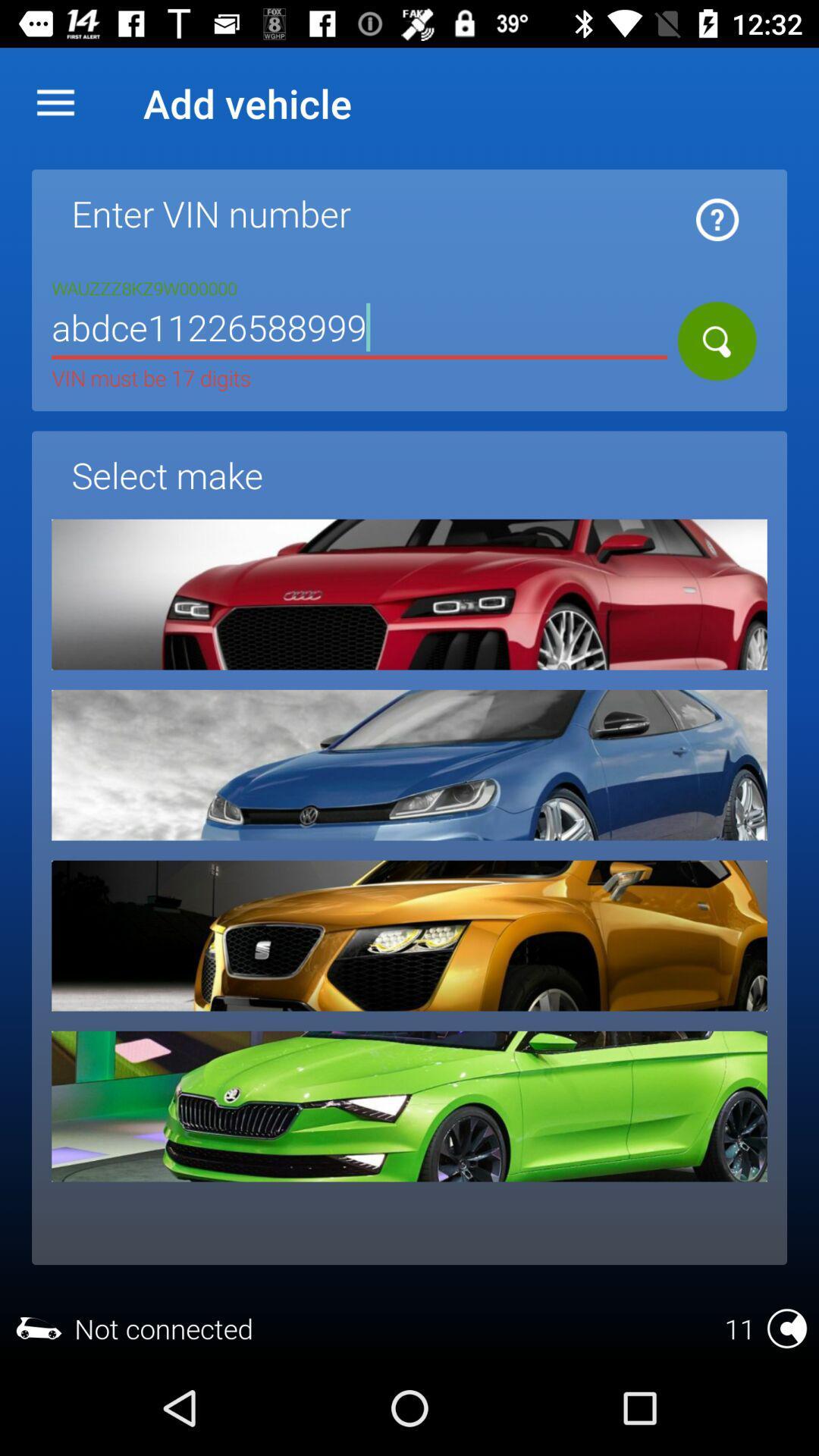 Image resolution: width=819 pixels, height=1456 pixels. What do you see at coordinates (359, 329) in the screenshot?
I see `abdce11226588999 icon` at bounding box center [359, 329].